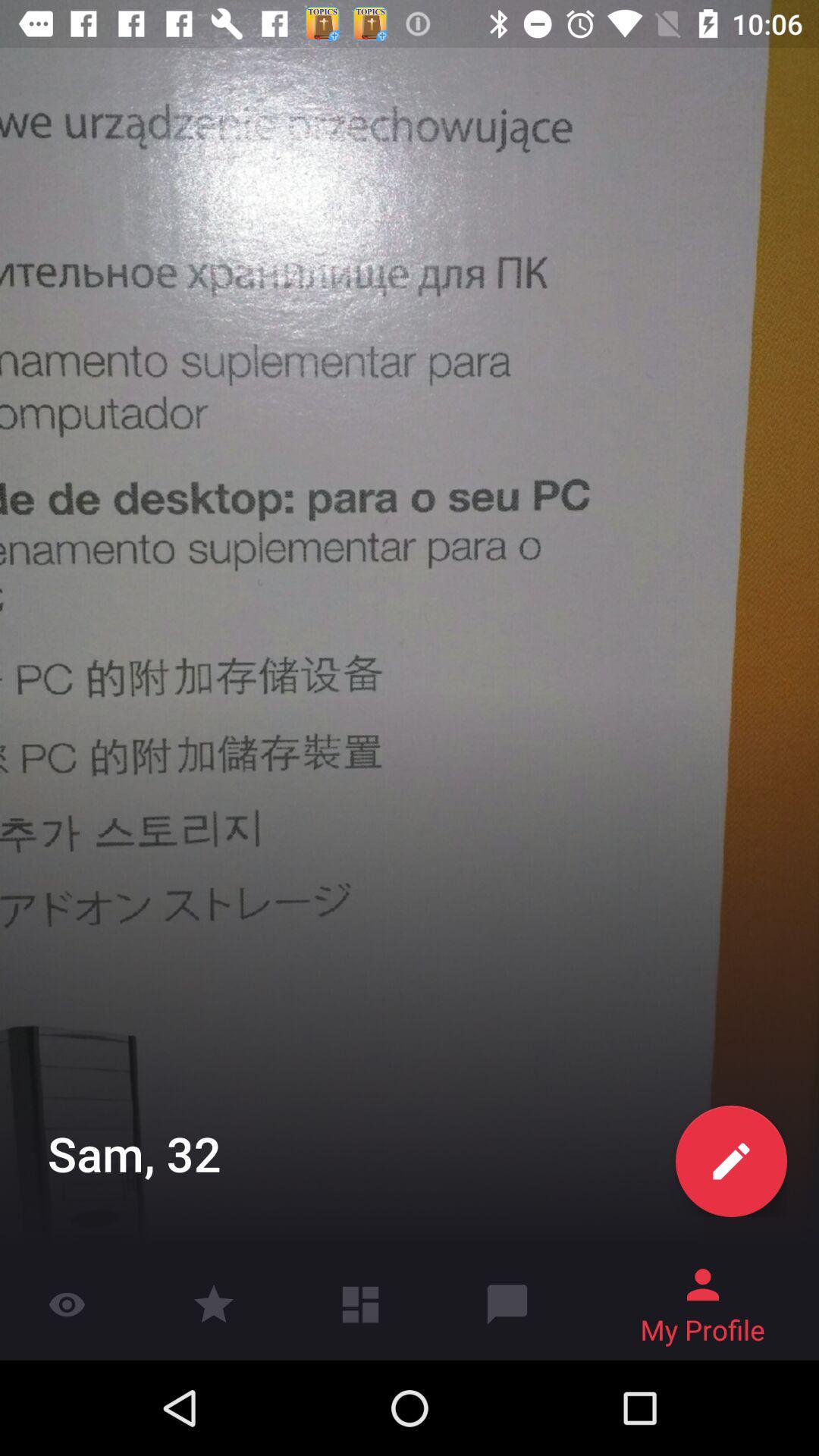 The height and width of the screenshot is (1456, 819). I want to click on the edit icon, so click(730, 1160).